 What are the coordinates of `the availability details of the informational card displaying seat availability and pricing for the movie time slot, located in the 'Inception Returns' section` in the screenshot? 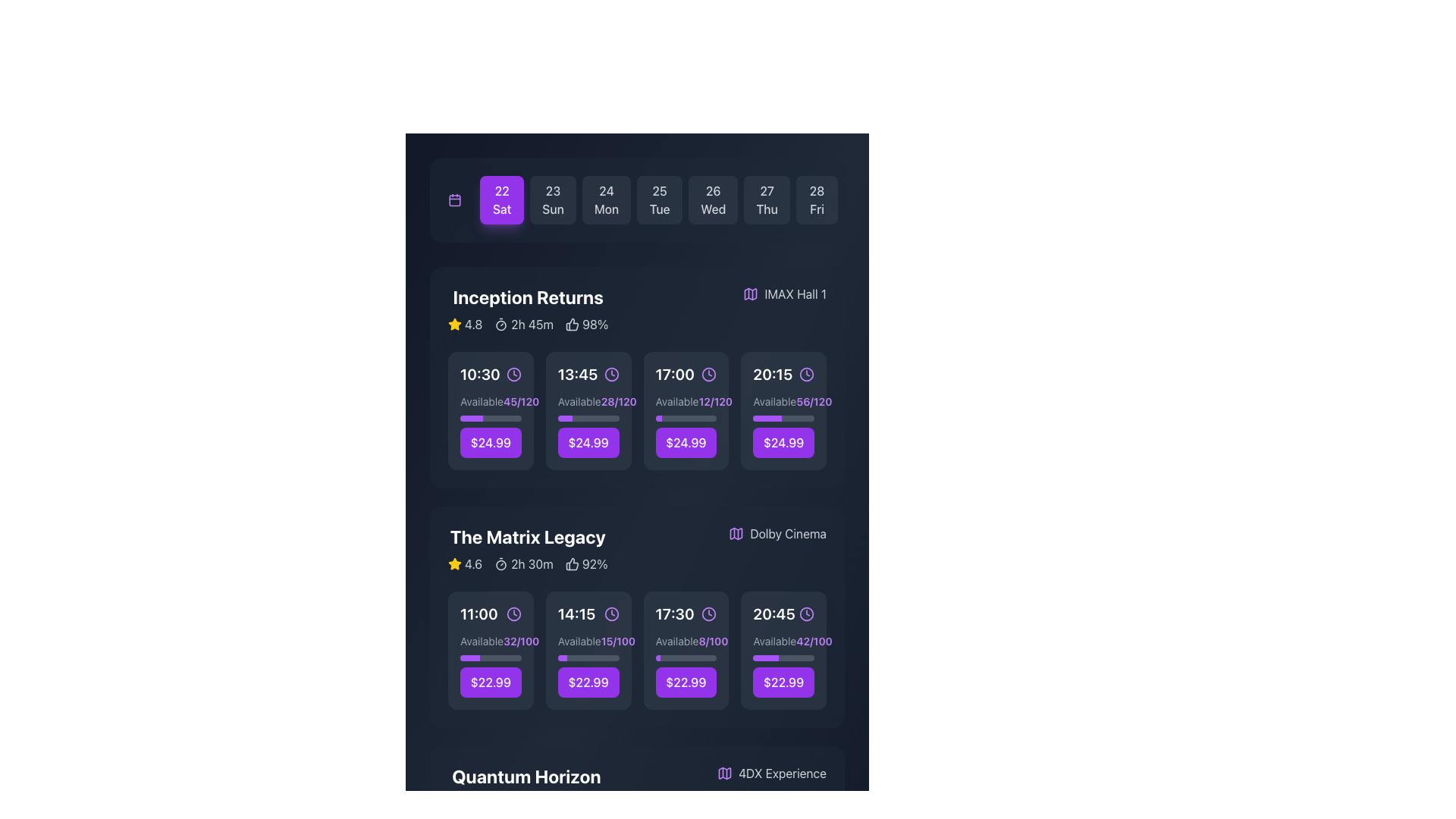 It's located at (588, 411).